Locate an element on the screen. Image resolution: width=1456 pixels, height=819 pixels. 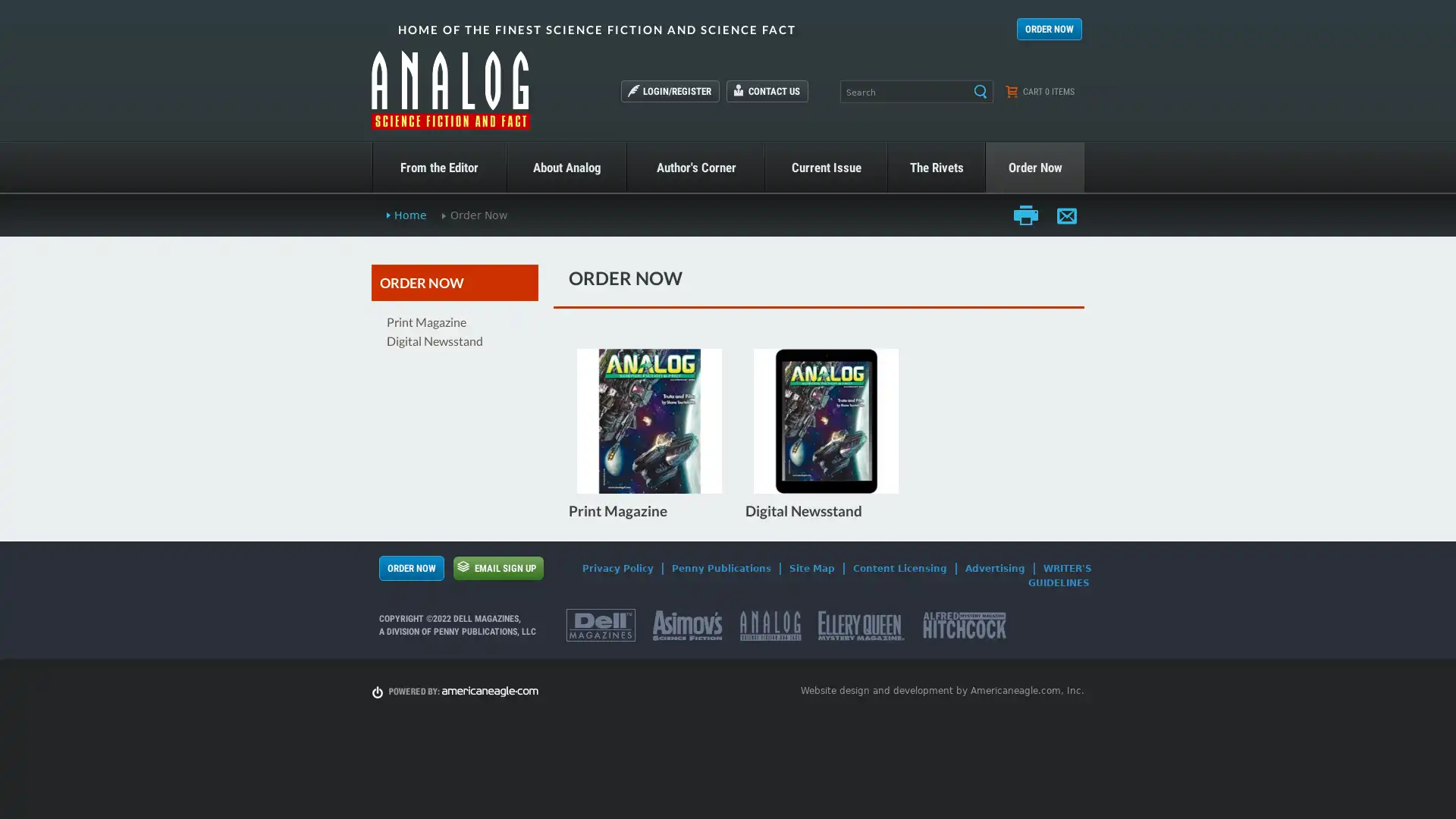
Search is located at coordinates (980, 91).